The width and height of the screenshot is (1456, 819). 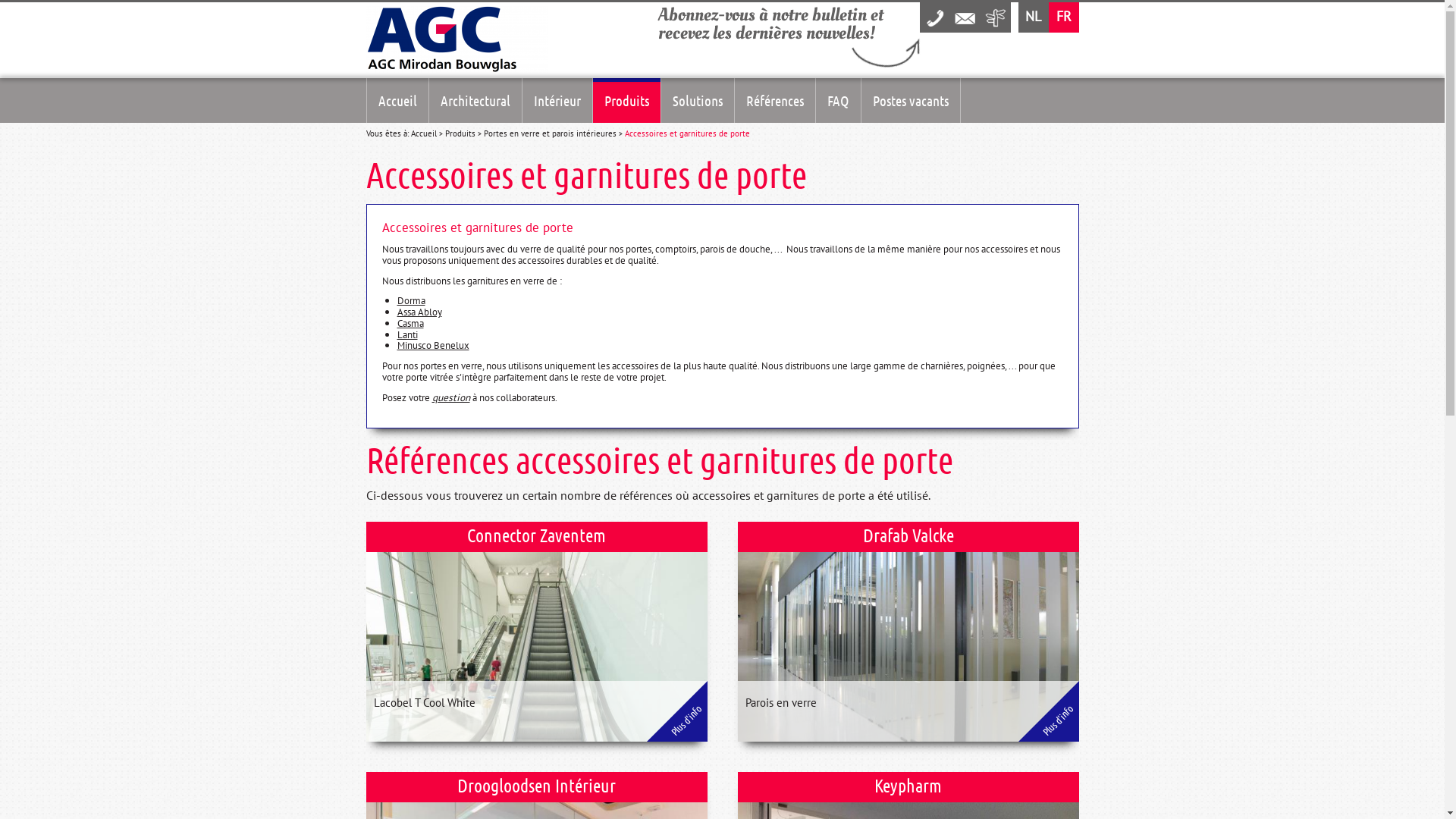 What do you see at coordinates (697, 100) in the screenshot?
I see `'Solutions'` at bounding box center [697, 100].